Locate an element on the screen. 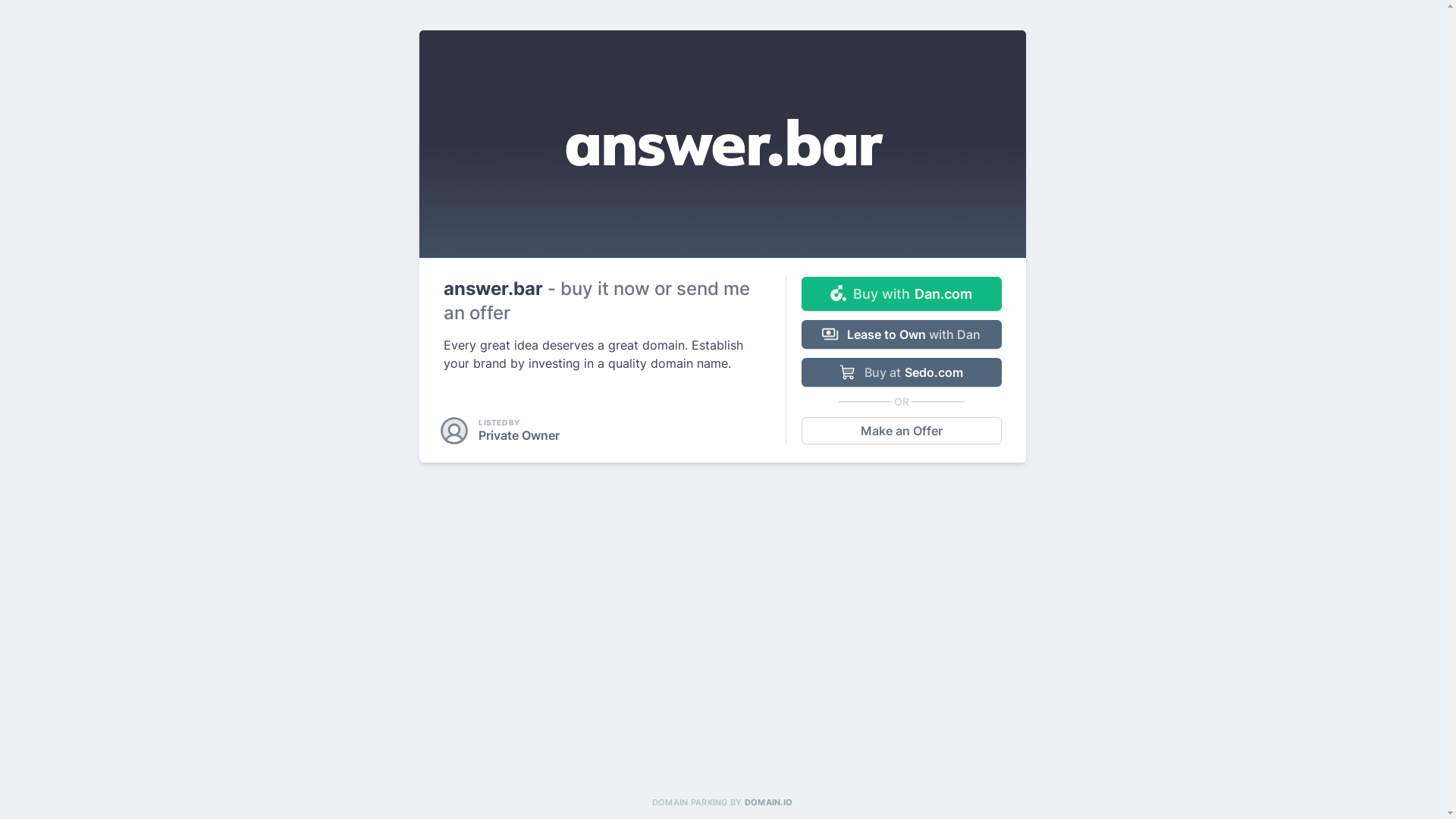 This screenshot has width=1456, height=819. 'Make an Offer' is located at coordinates (901, 430).